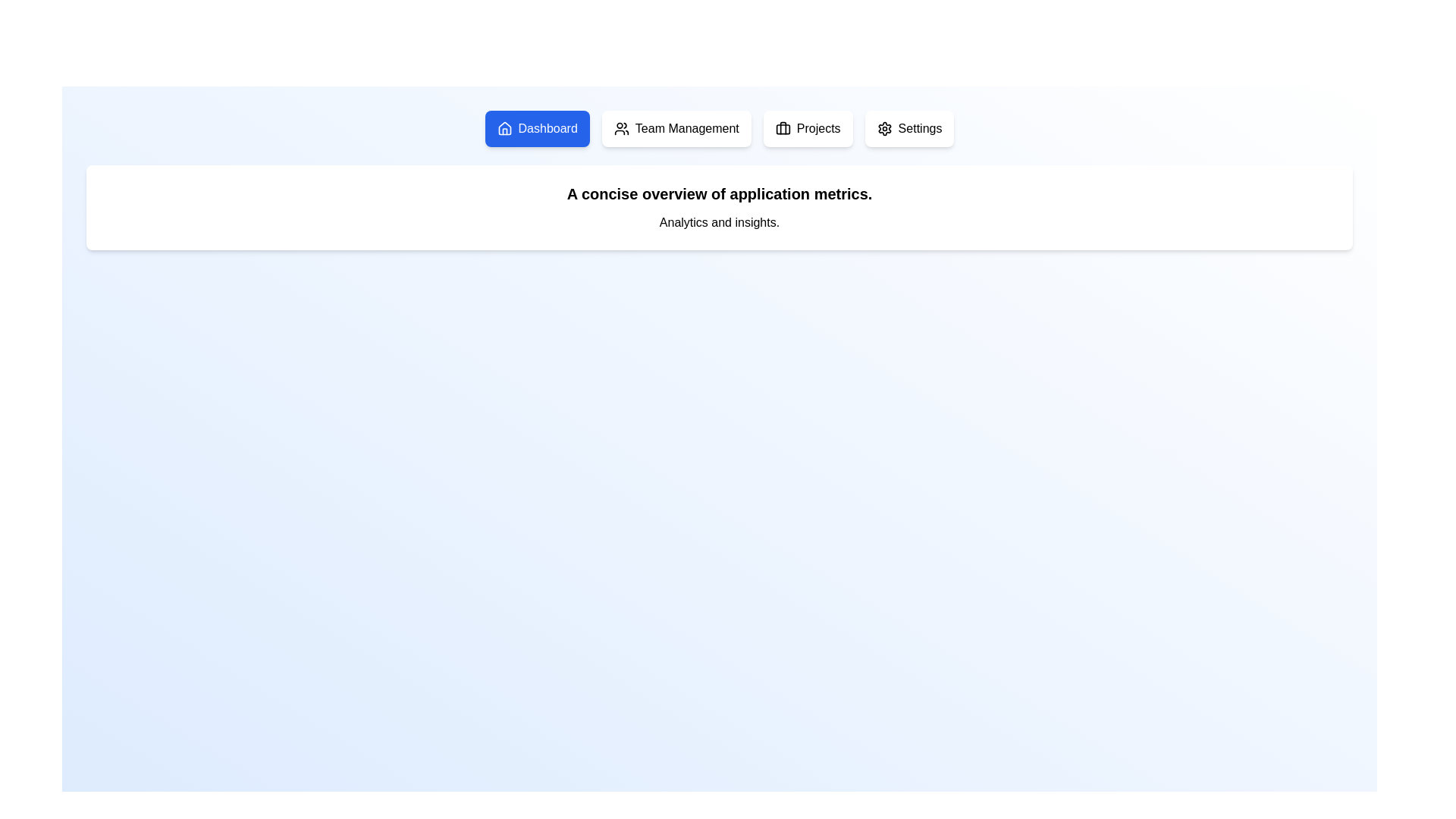 The height and width of the screenshot is (819, 1456). What do you see at coordinates (719, 222) in the screenshot?
I see `text 'Analytics and insights.' which is styled plainly and smaller compared to the title above it, located below the header 'A concise overview of application metrics.'` at bounding box center [719, 222].